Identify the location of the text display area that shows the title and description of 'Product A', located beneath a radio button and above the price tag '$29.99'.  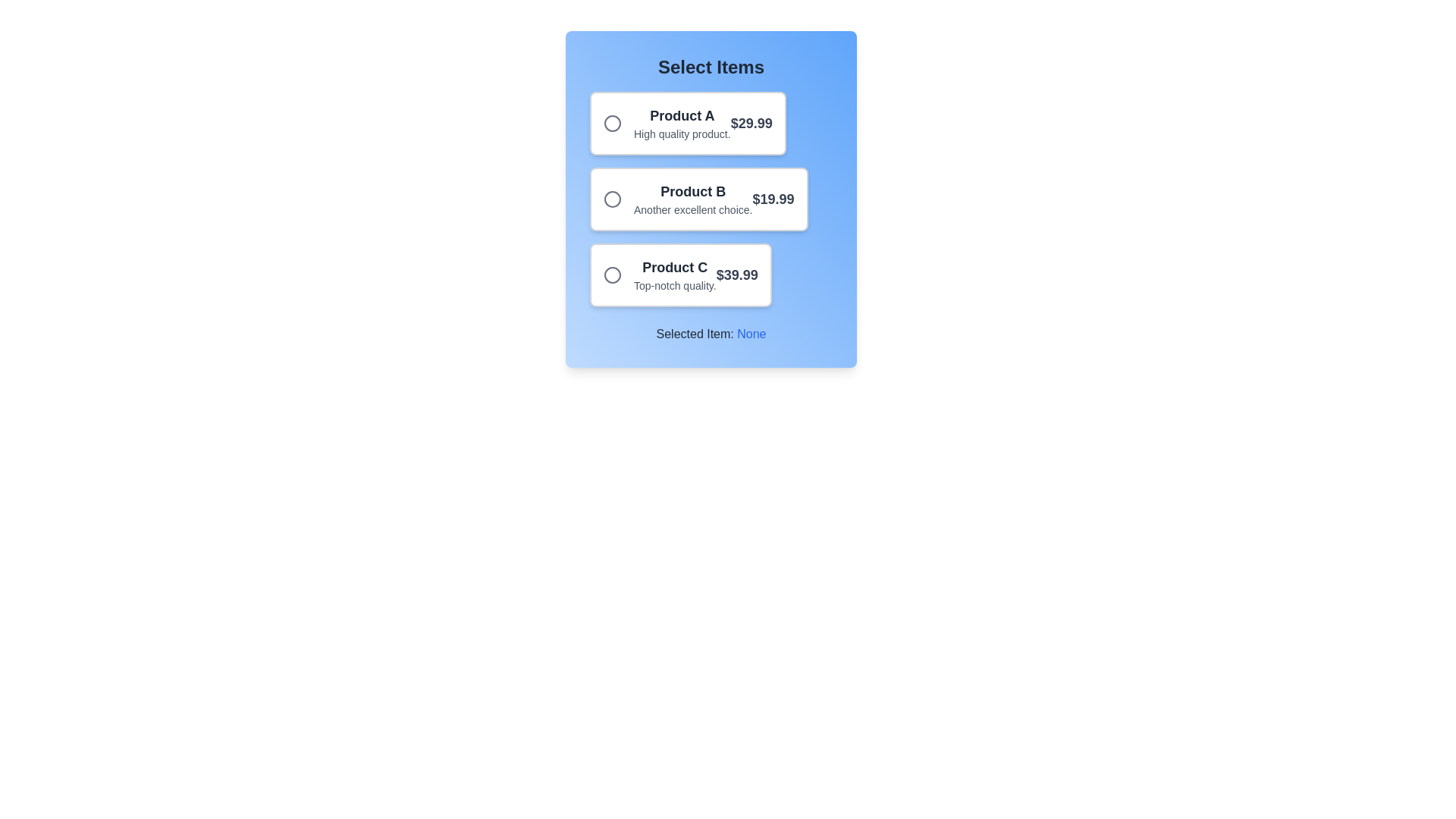
(681, 122).